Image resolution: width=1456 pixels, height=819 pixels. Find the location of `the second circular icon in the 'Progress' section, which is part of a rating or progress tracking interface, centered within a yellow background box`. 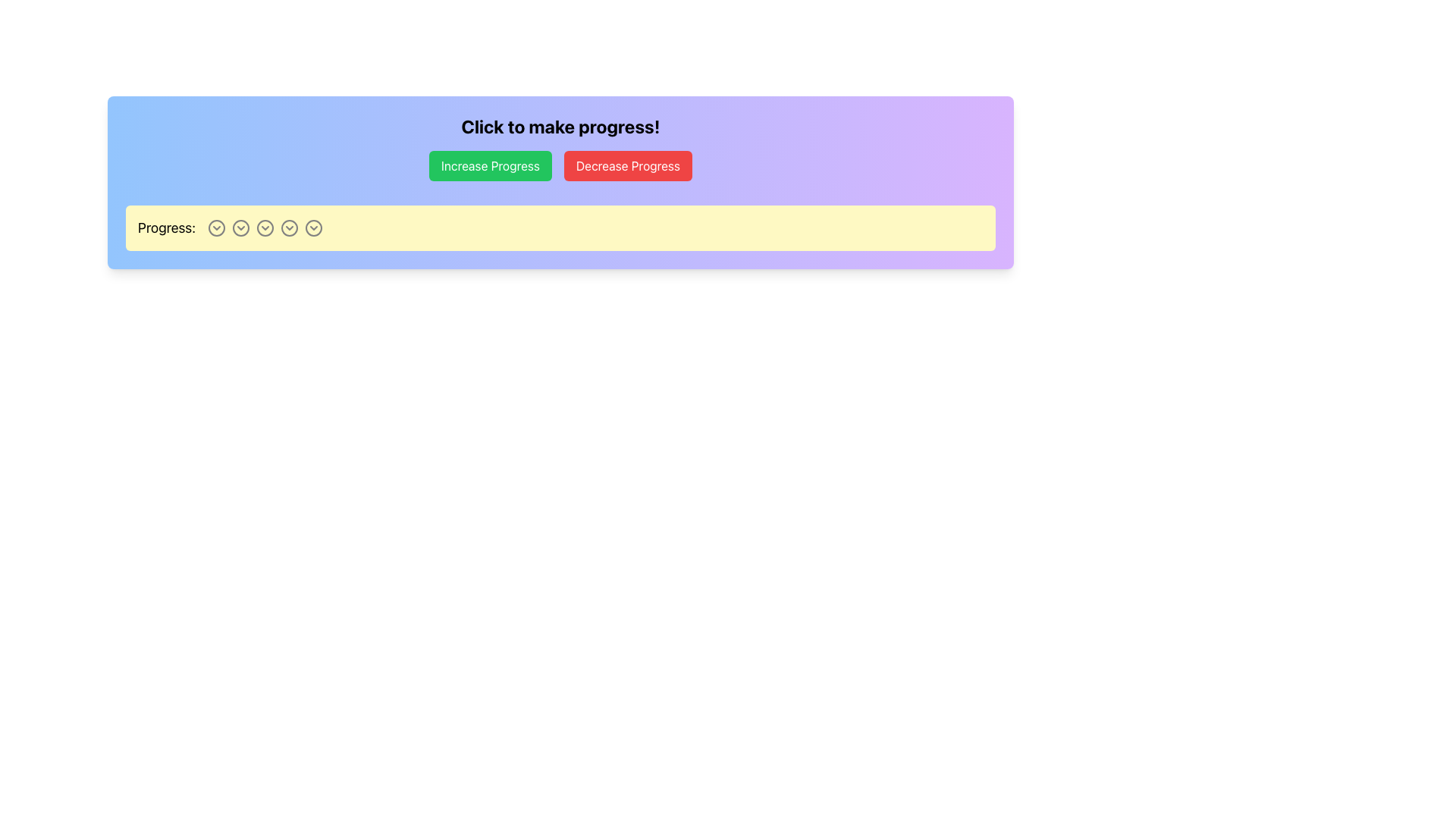

the second circular icon in the 'Progress' section, which is part of a rating or progress tracking interface, centered within a yellow background box is located at coordinates (240, 227).